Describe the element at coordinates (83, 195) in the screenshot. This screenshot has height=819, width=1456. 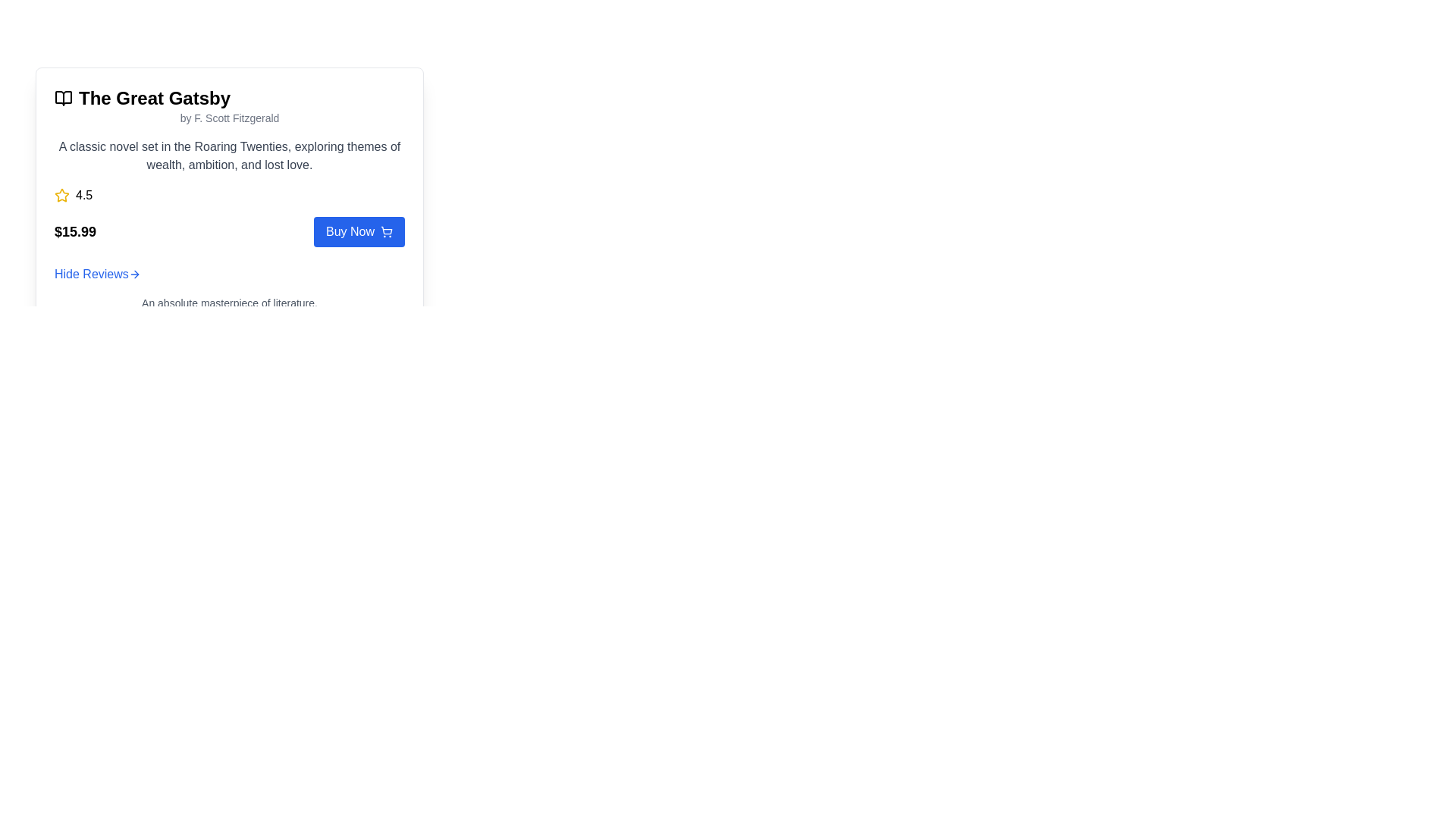
I see `text label displaying the rating score of 4.5, which is positioned to the right of a yellow star icon in the review section` at that location.